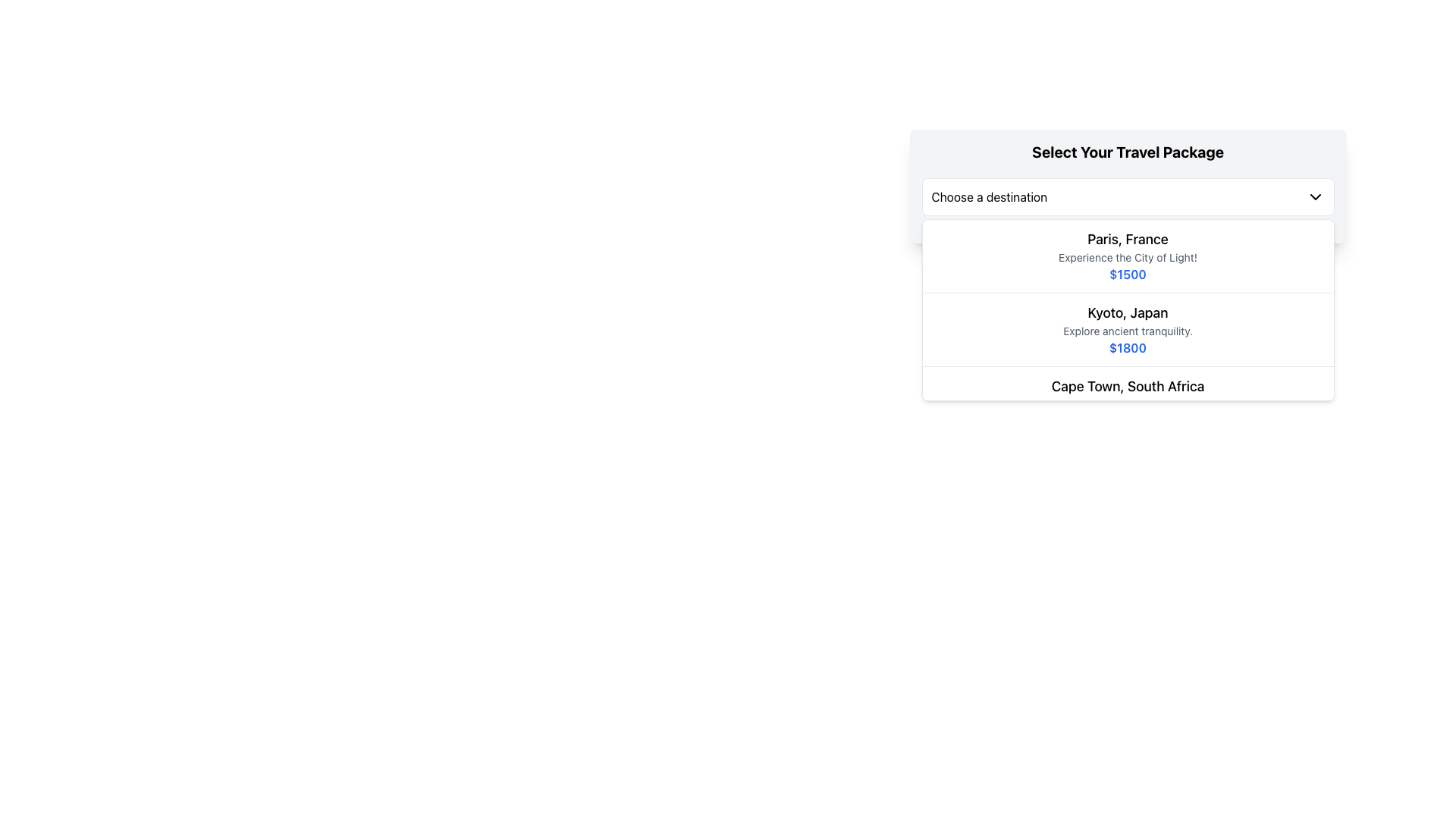  What do you see at coordinates (1128, 256) in the screenshot?
I see `text label displaying 'Experience the City of Light!' located beneath the main header 'Paris, France' and above the price '$1500' in the travel package card for 'Paris, France'` at bounding box center [1128, 256].